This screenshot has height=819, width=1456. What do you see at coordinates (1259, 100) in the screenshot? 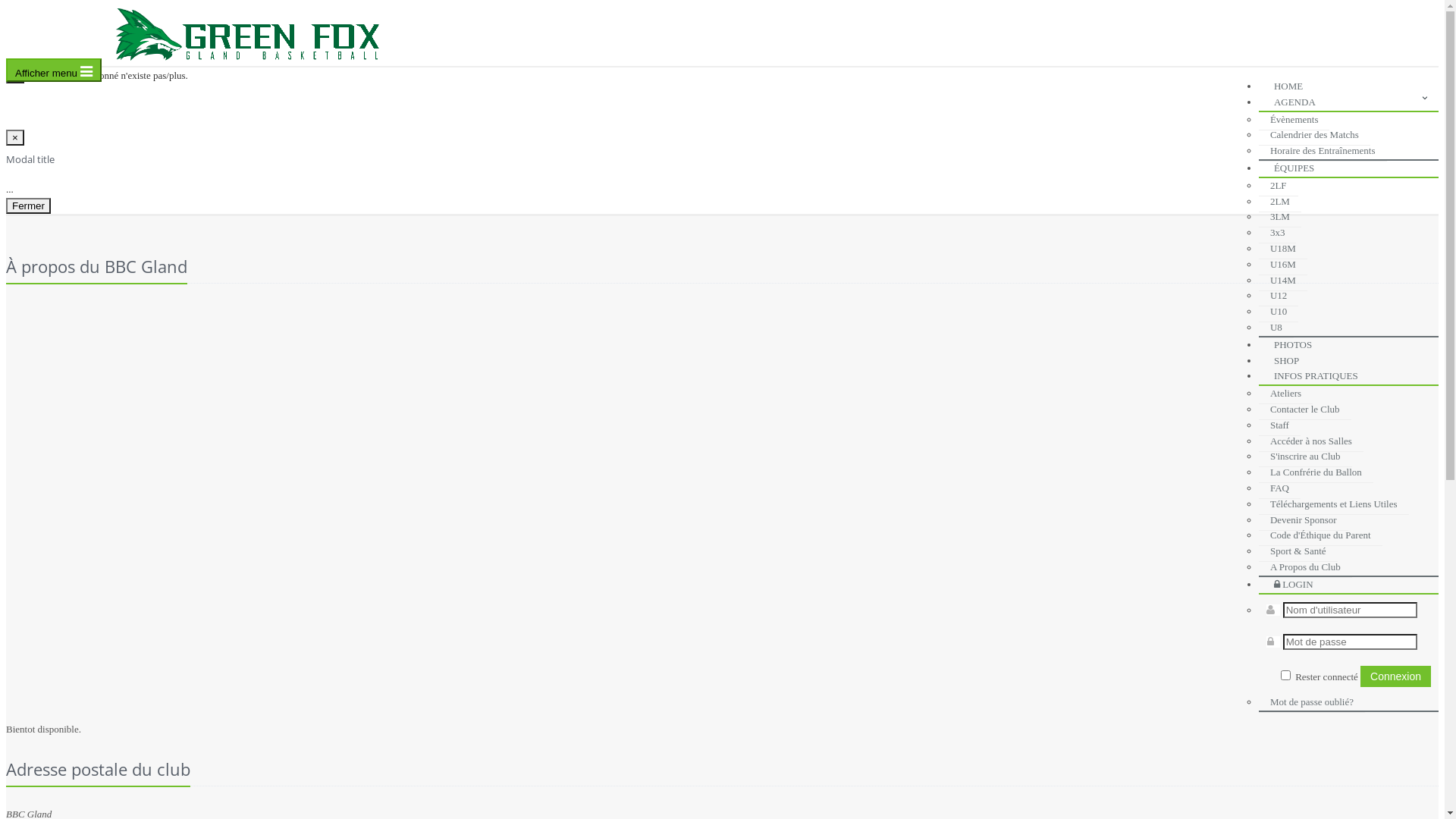
I see `'AGENDA'` at bounding box center [1259, 100].